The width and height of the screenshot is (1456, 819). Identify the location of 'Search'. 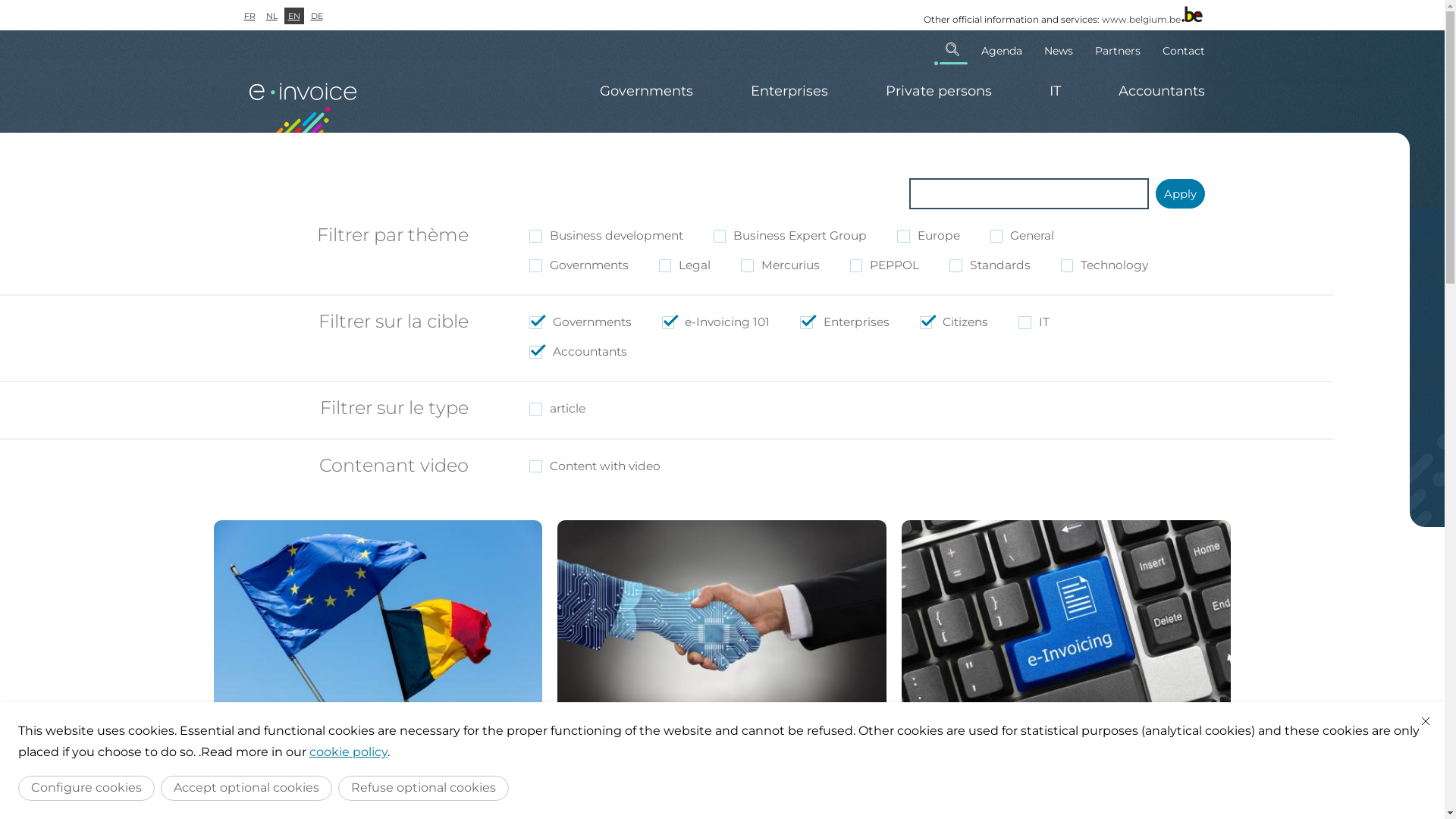
(952, 49).